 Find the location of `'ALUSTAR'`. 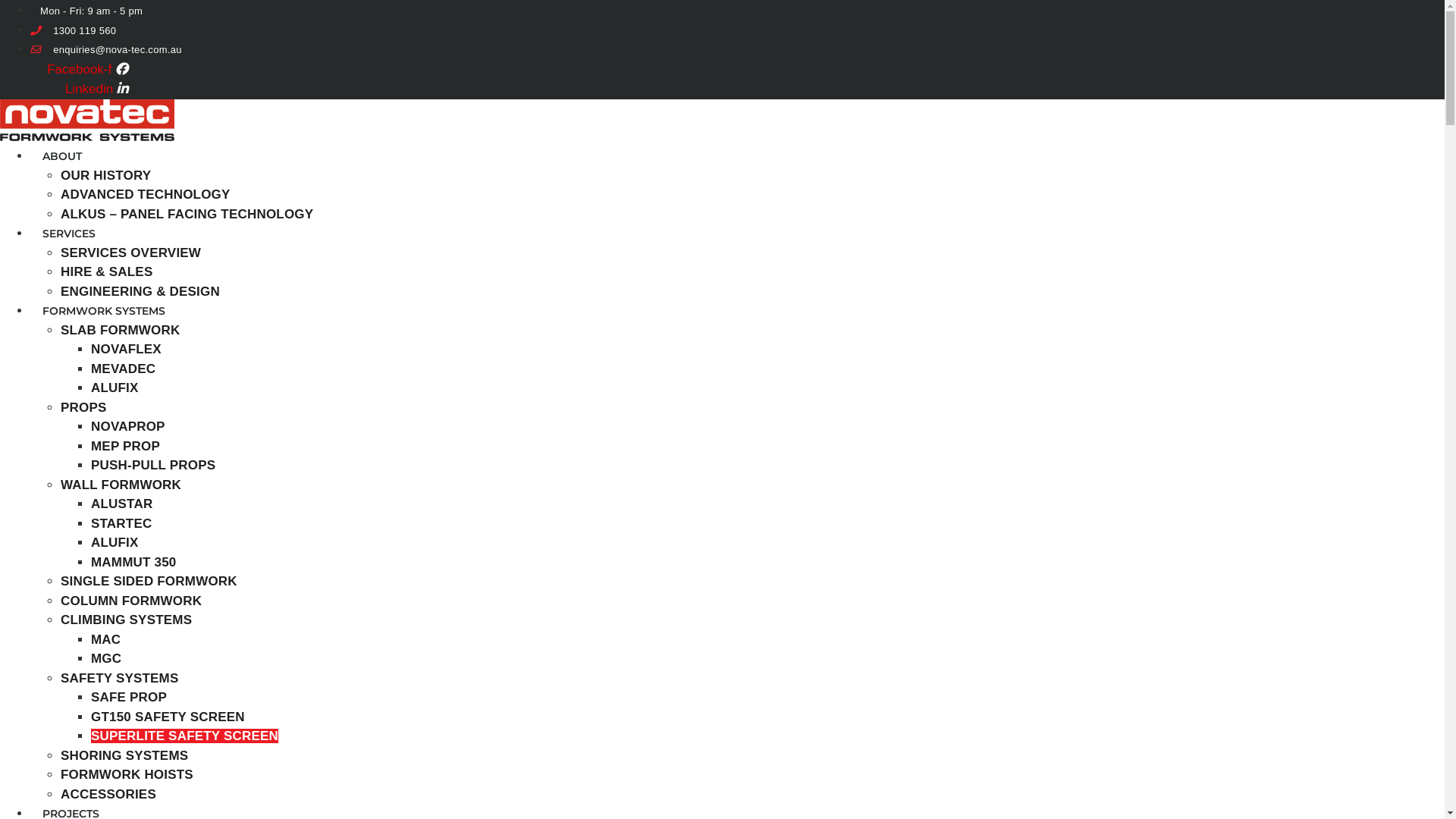

'ALUSTAR' is located at coordinates (90, 504).